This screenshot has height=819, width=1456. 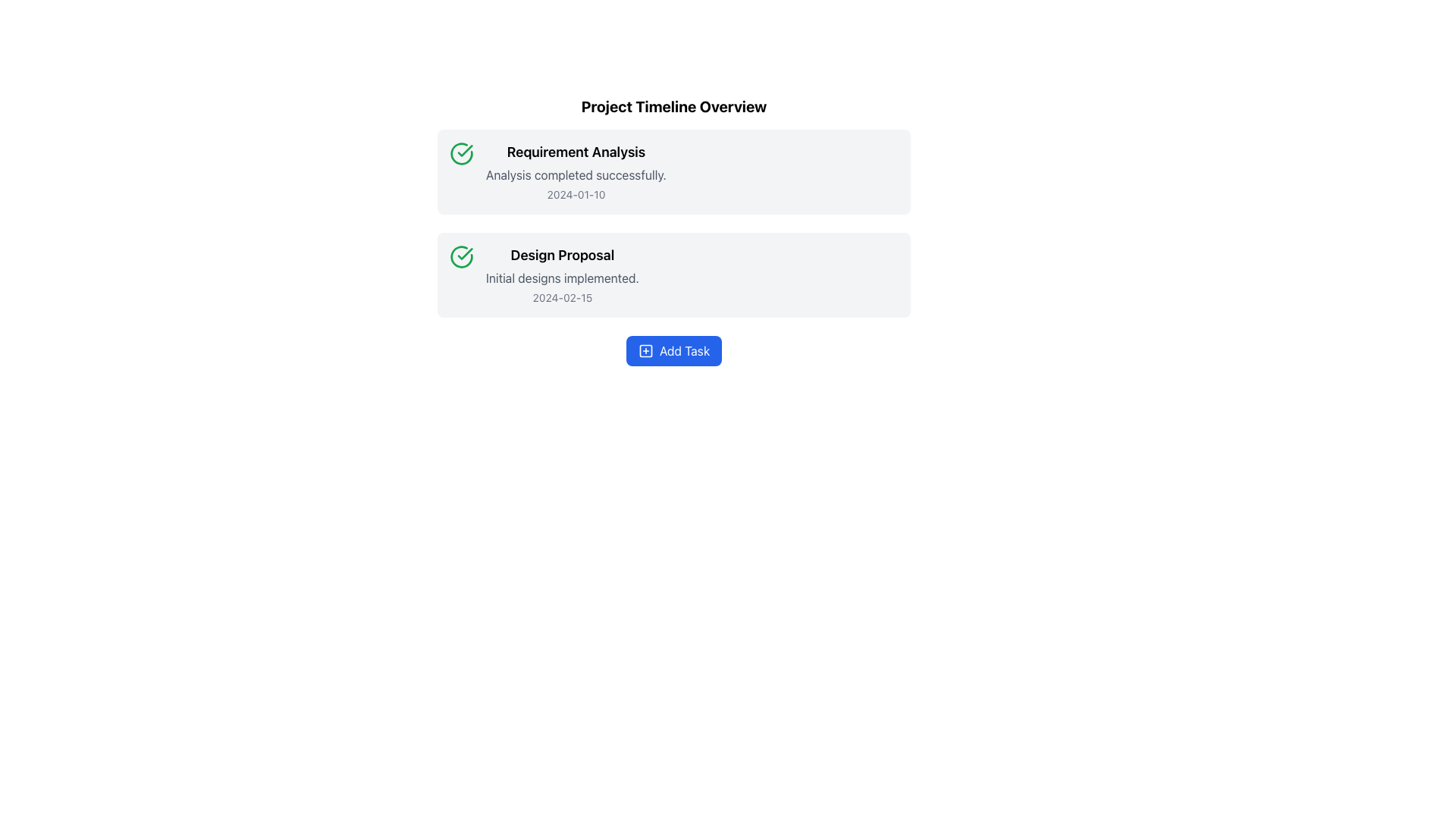 I want to click on the Information Block displaying the title 'Design Proposal' for more details, so click(x=561, y=275).